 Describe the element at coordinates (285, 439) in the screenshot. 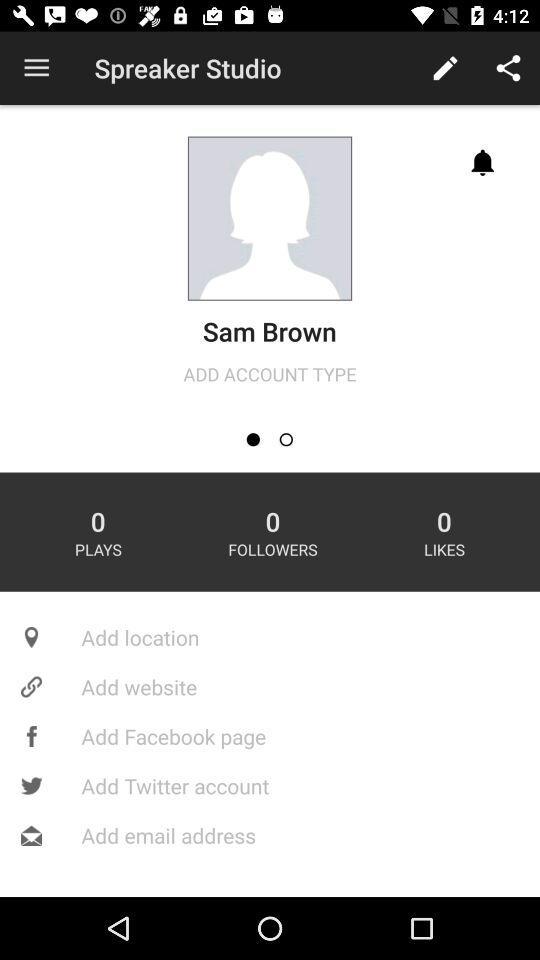

I see `change account` at that location.